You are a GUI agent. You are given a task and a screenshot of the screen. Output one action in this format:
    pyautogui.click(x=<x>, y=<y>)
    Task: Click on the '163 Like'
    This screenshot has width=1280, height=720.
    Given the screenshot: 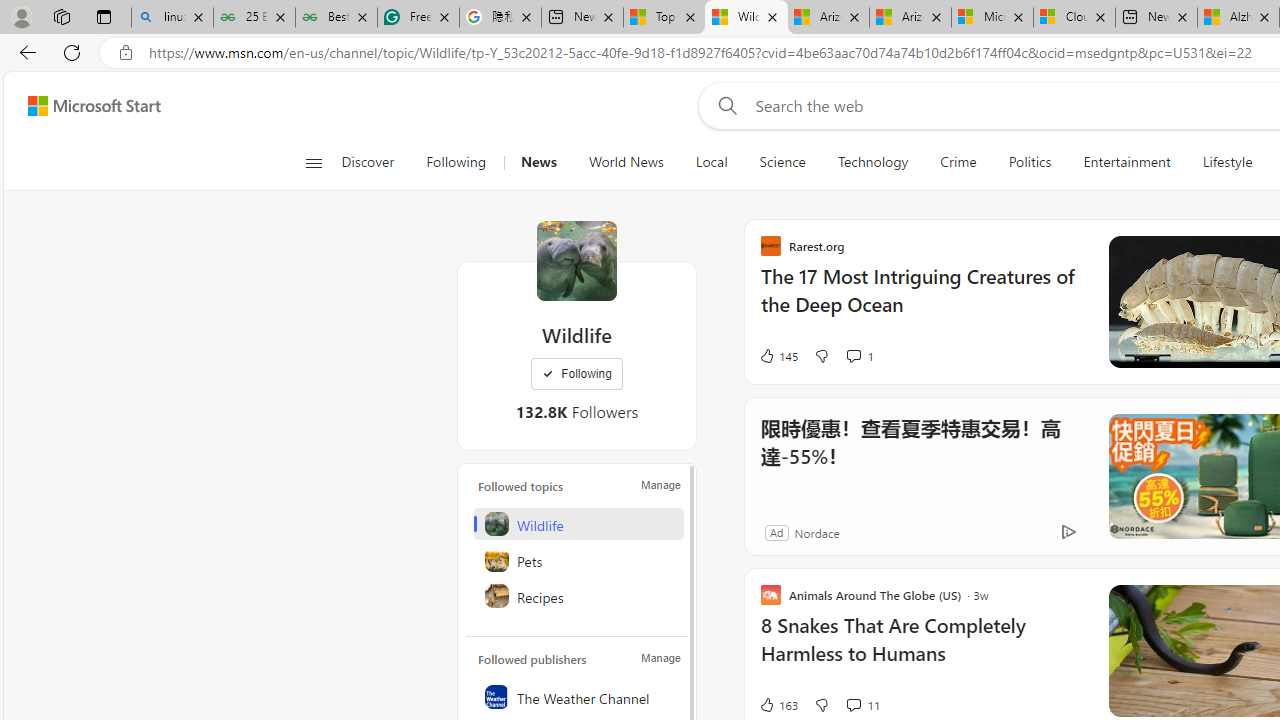 What is the action you would take?
    pyautogui.click(x=777, y=703)
    